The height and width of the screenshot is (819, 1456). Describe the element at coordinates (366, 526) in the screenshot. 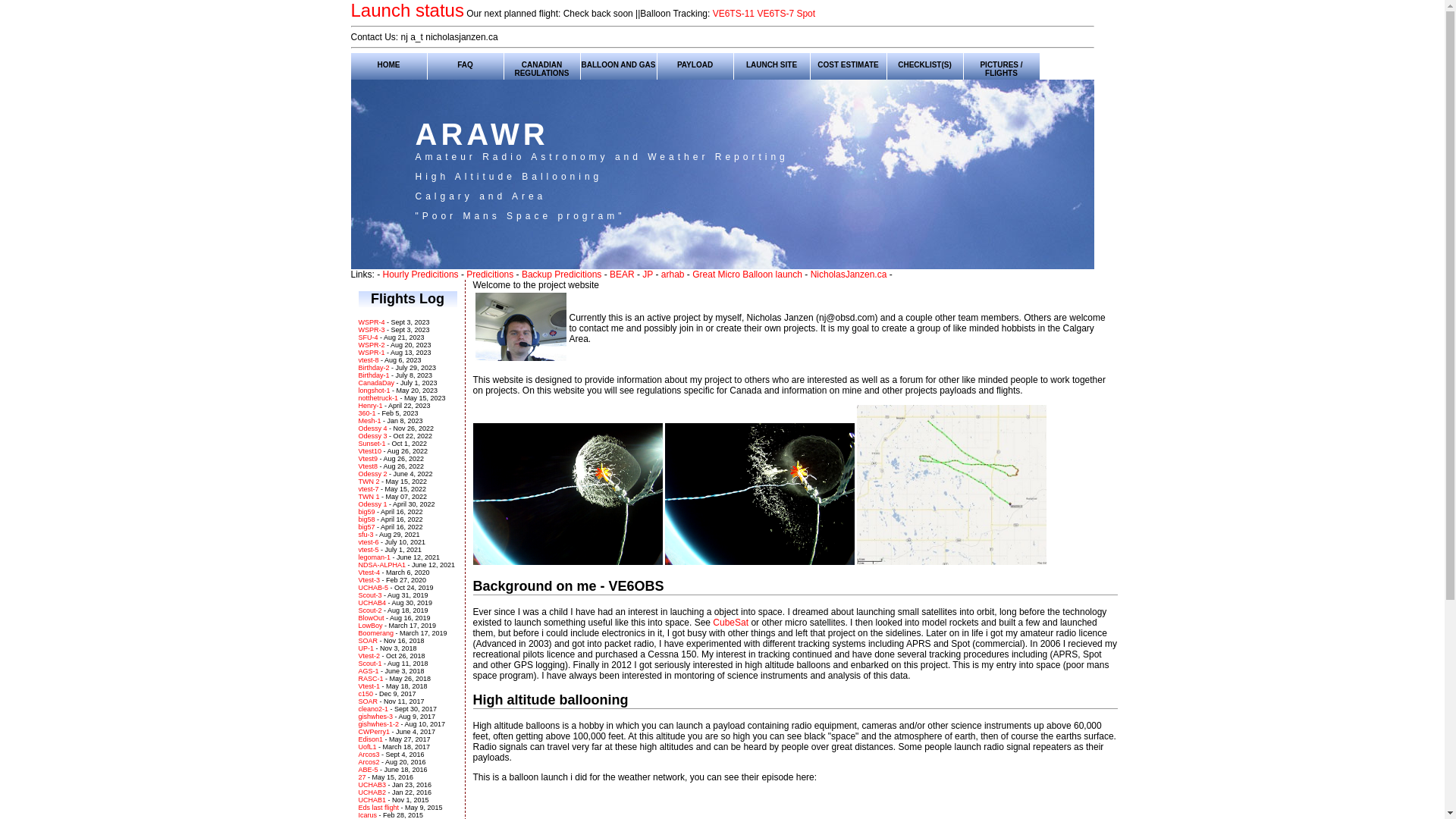

I see `'big57'` at that location.